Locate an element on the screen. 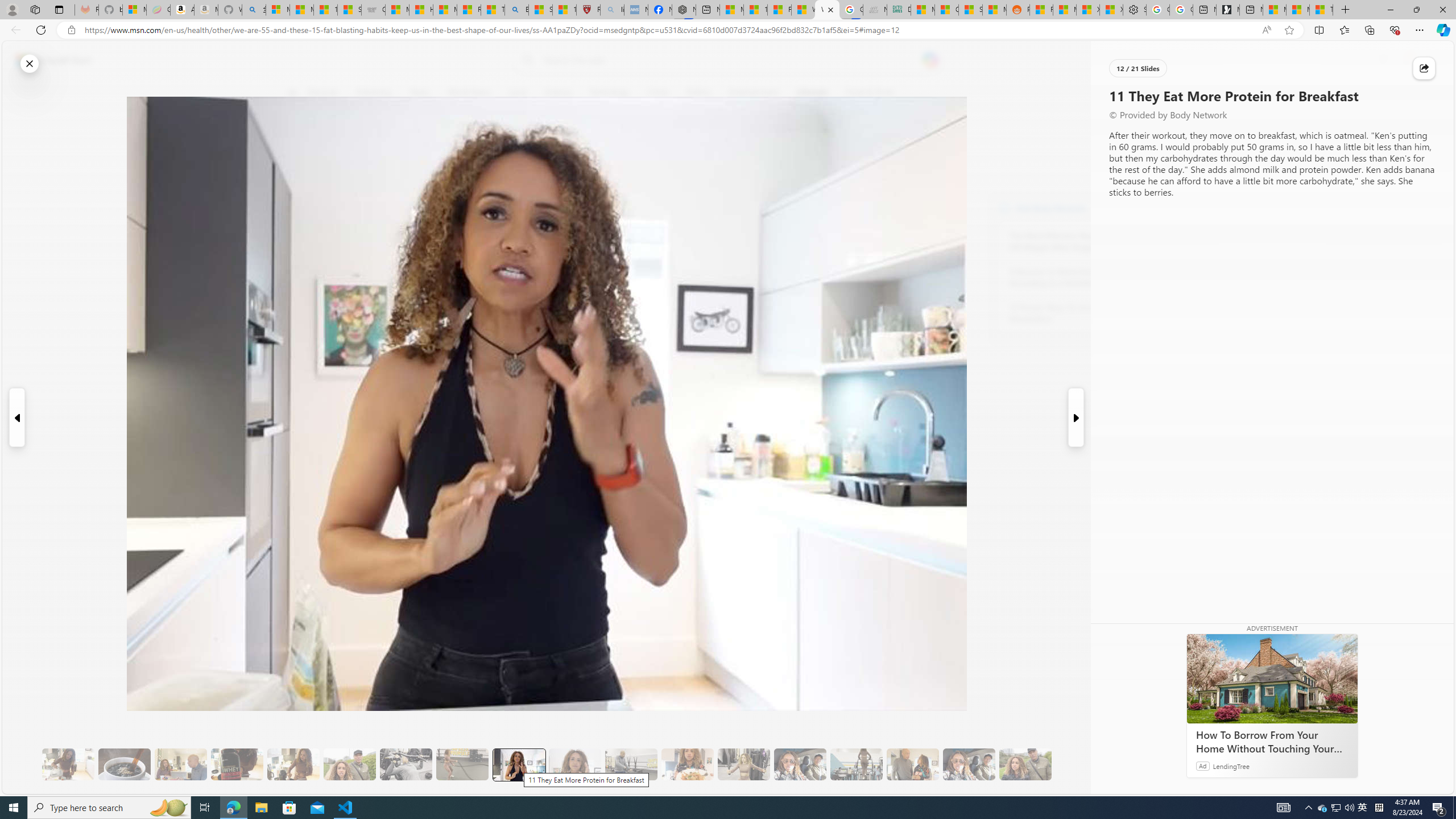 This screenshot has width=1456, height=819. 'Class: at-item immersive' is located at coordinates (1423, 68).